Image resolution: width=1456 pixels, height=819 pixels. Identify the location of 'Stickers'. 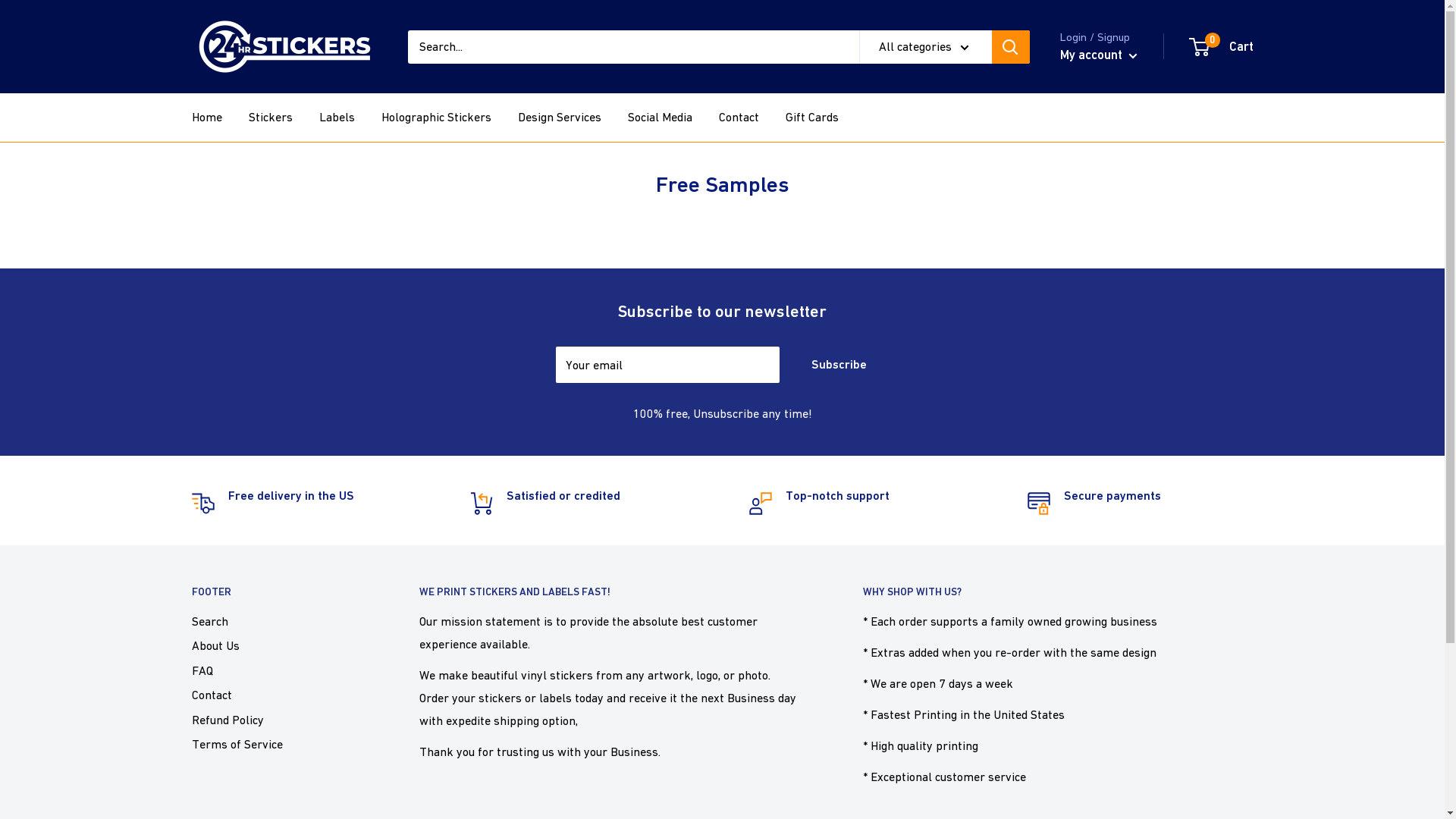
(270, 116).